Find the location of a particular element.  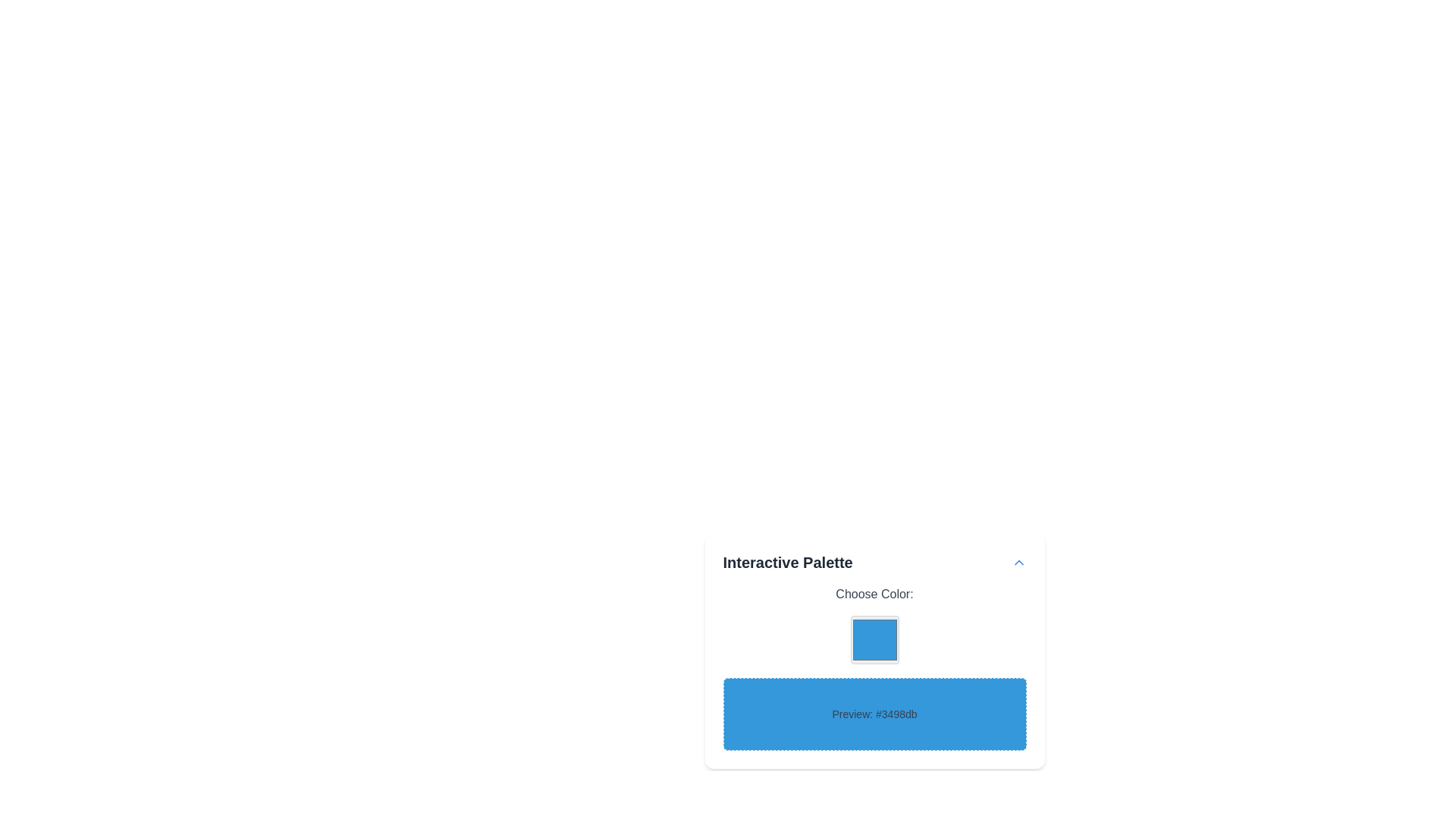

the background color of the Preview panel which is a rounded rectangular component with a blue background displaying the color code '#3498db' is located at coordinates (874, 651).